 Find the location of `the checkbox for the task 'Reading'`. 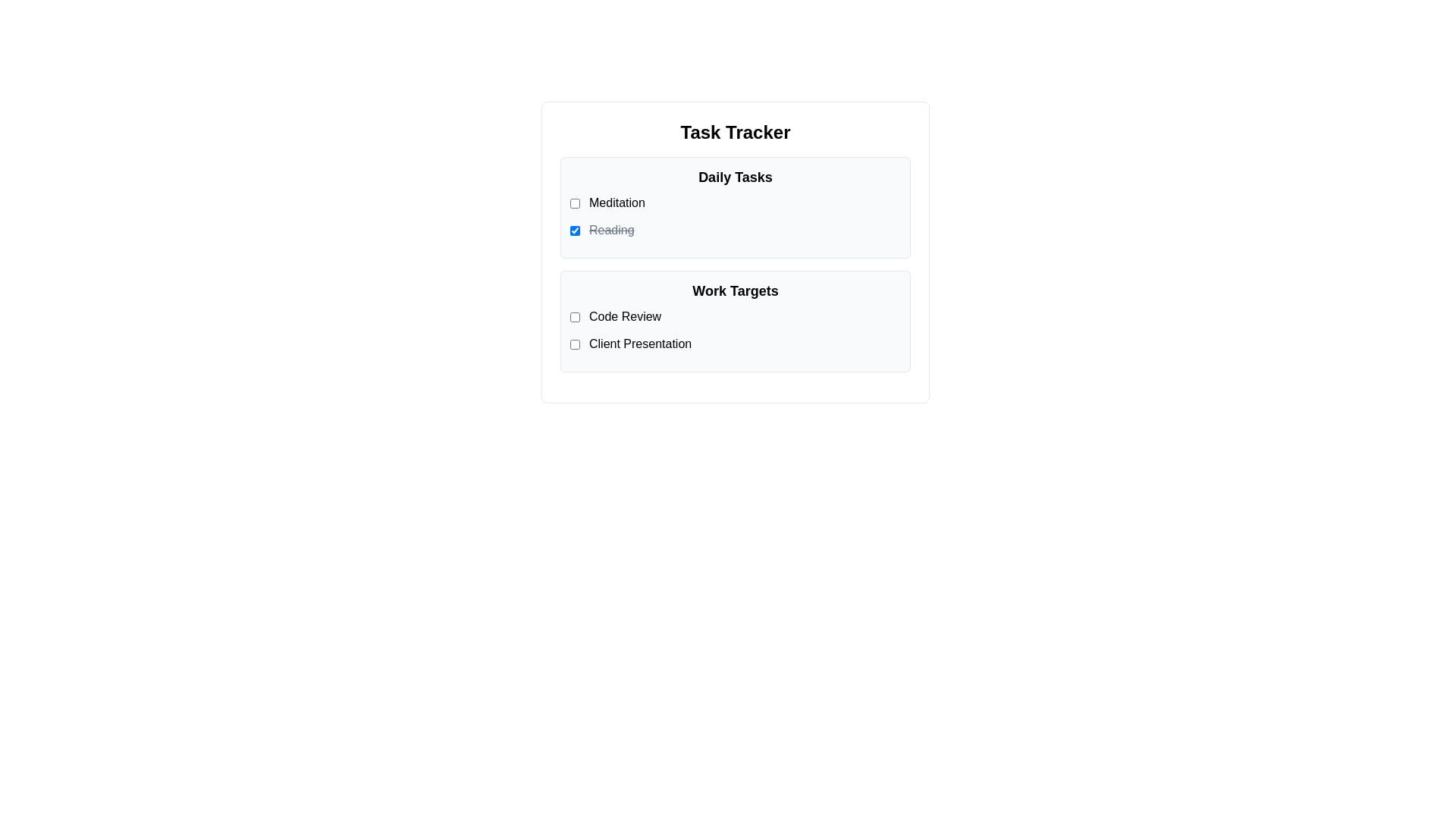

the checkbox for the task 'Reading' is located at coordinates (574, 231).